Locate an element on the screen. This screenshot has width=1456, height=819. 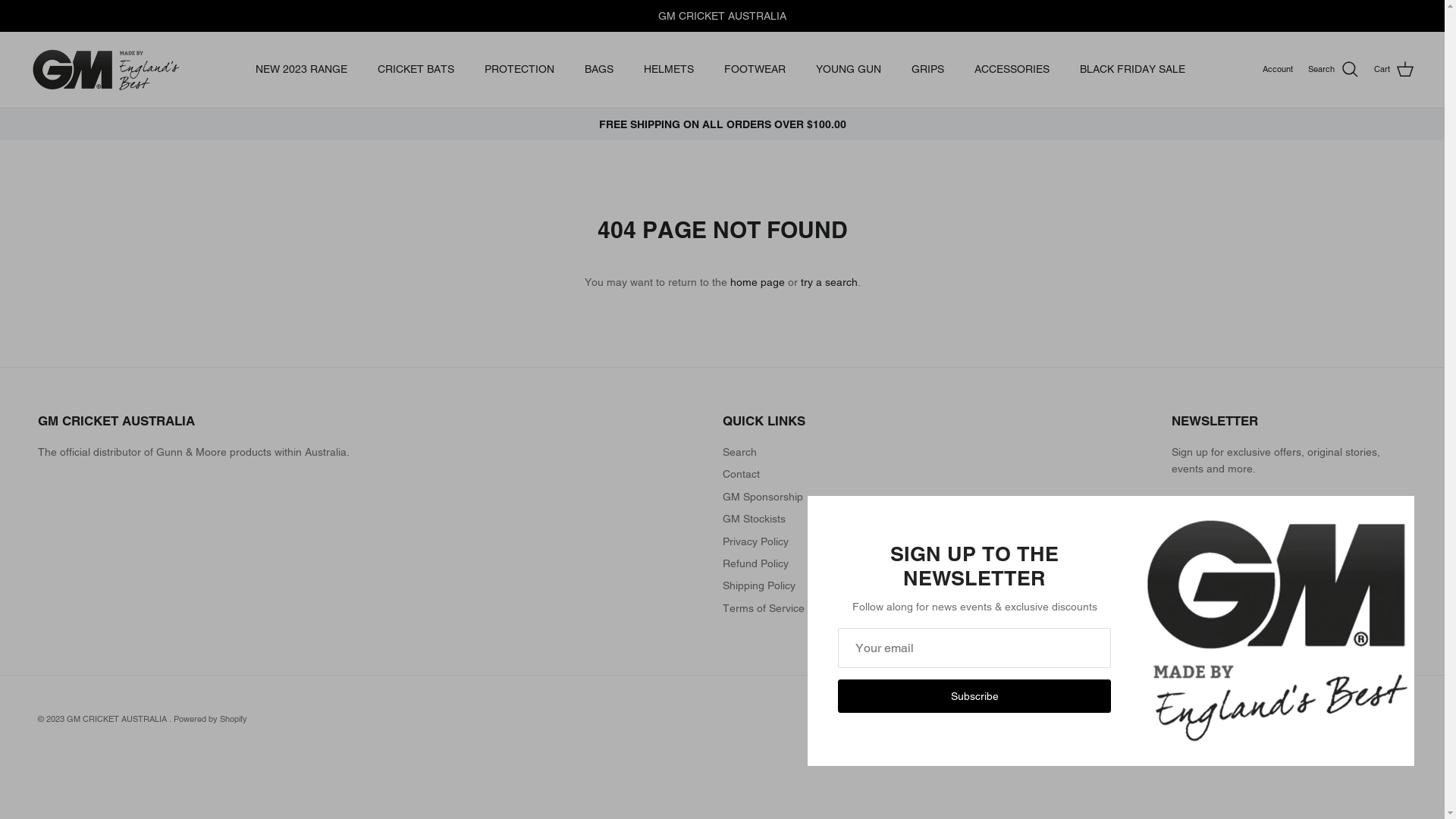
'Cart' is located at coordinates (1394, 70).